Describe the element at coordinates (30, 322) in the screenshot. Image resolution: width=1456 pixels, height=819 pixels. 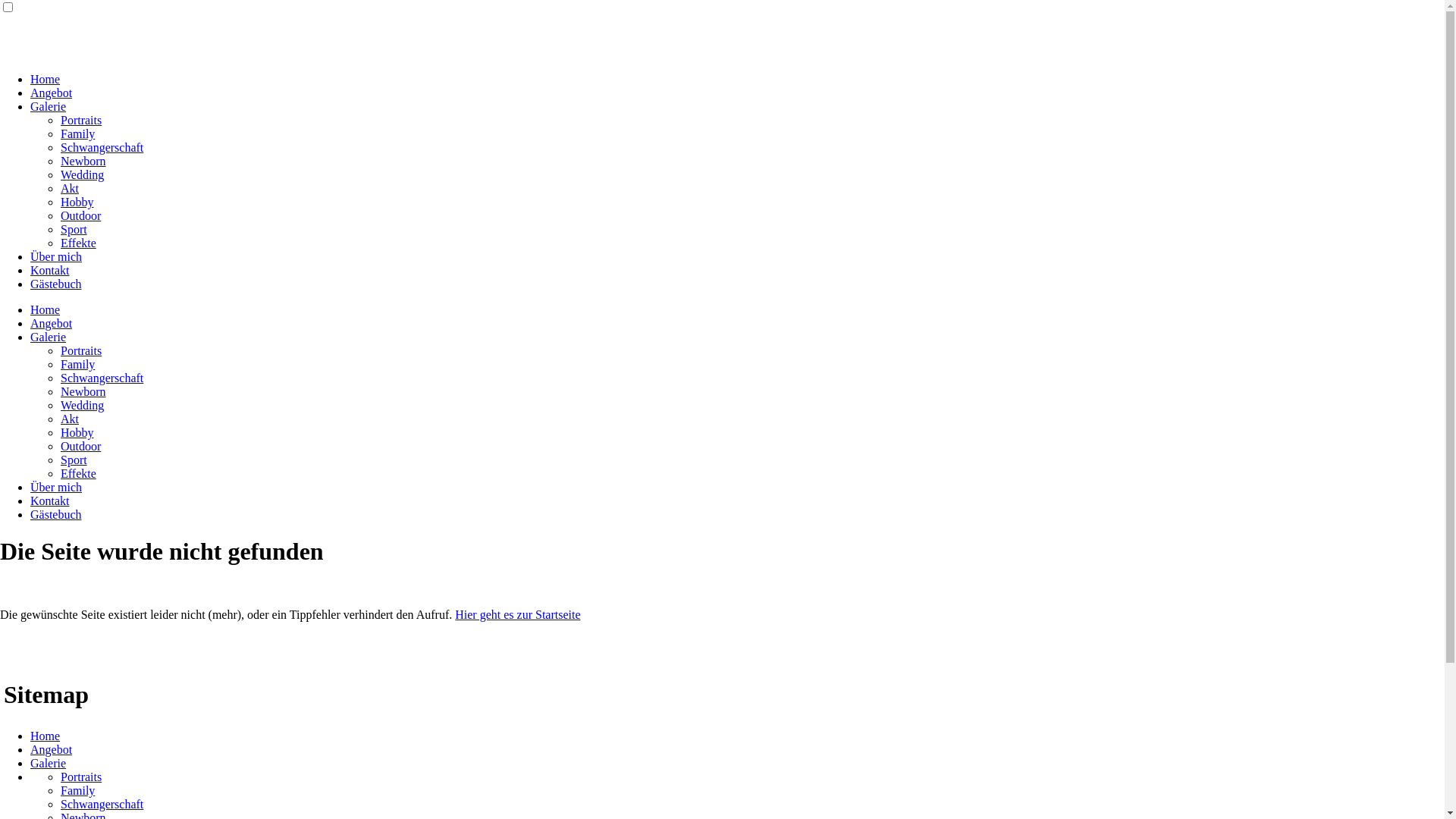
I see `'Angebot'` at that location.